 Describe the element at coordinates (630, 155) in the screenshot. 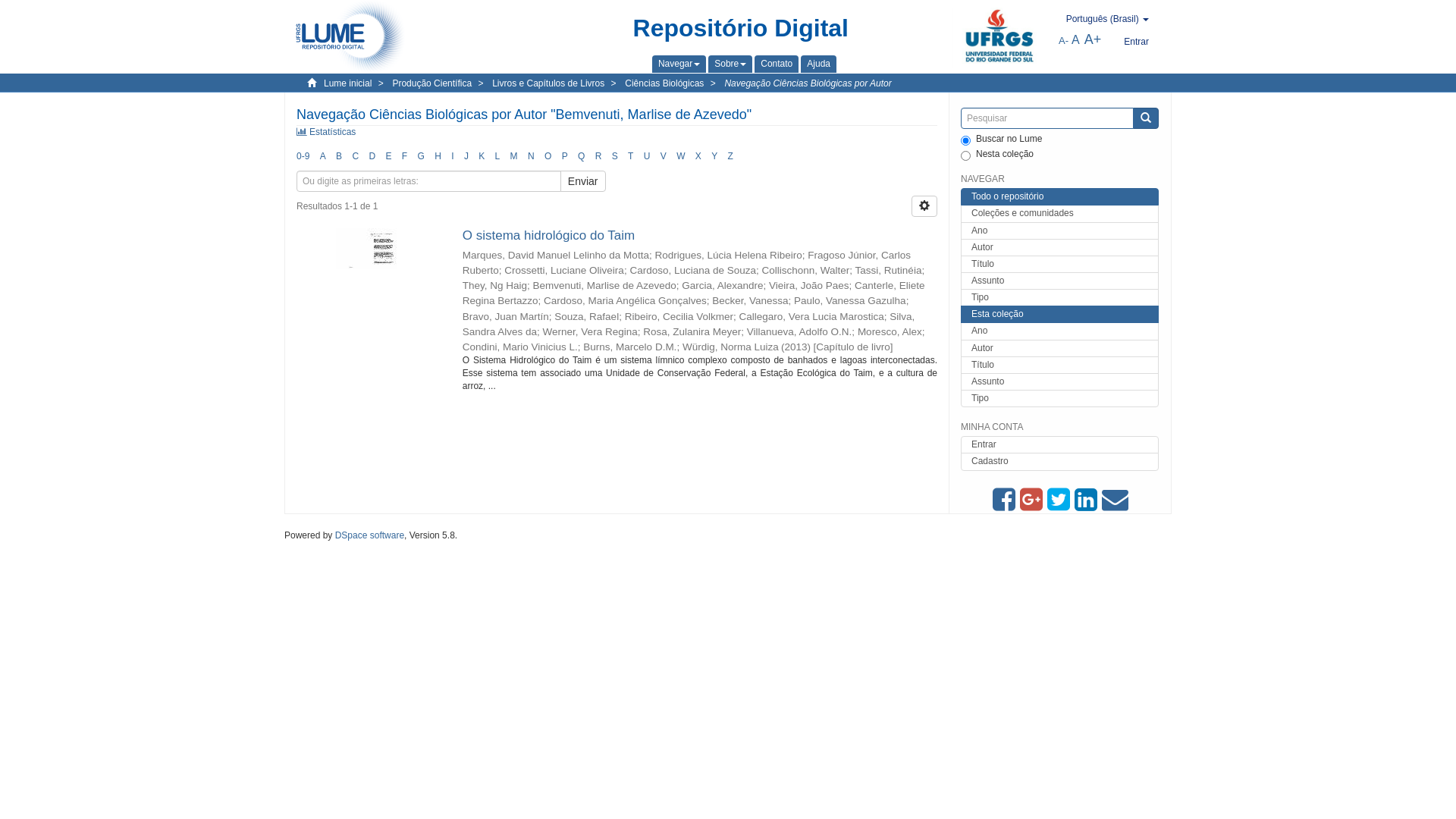

I see `'T'` at that location.